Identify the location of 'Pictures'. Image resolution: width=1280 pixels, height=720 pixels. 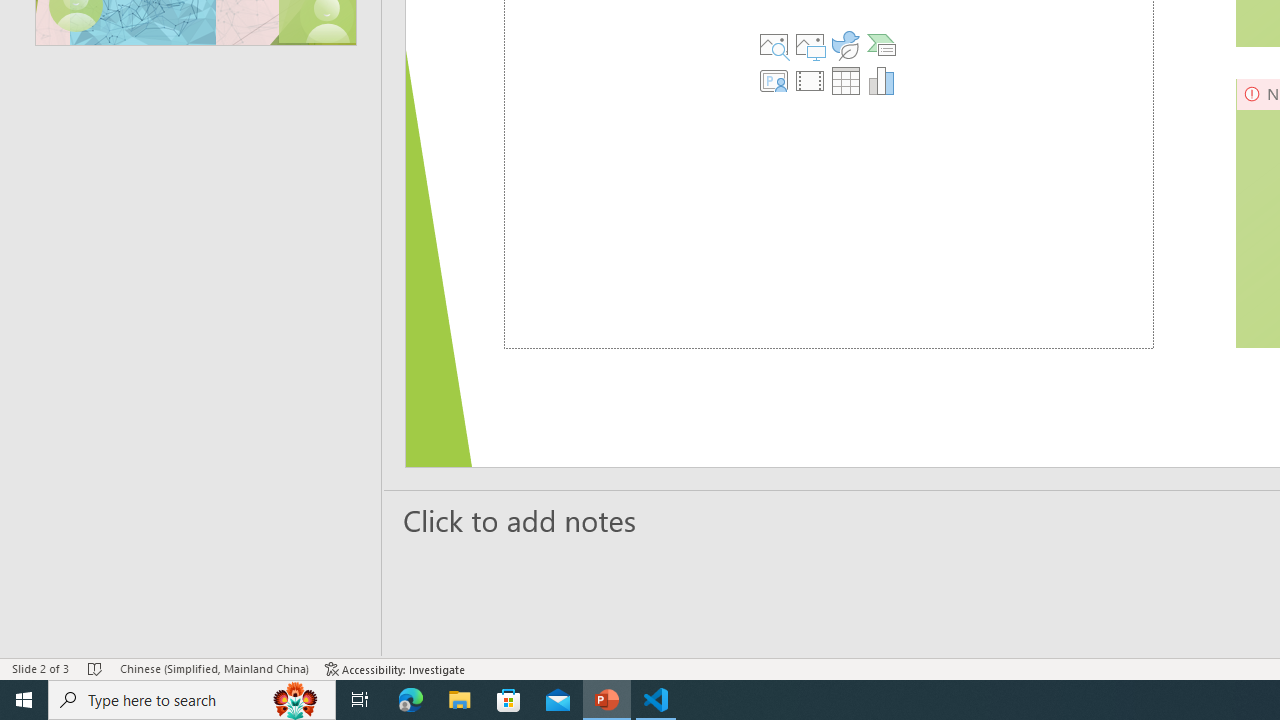
(809, 45).